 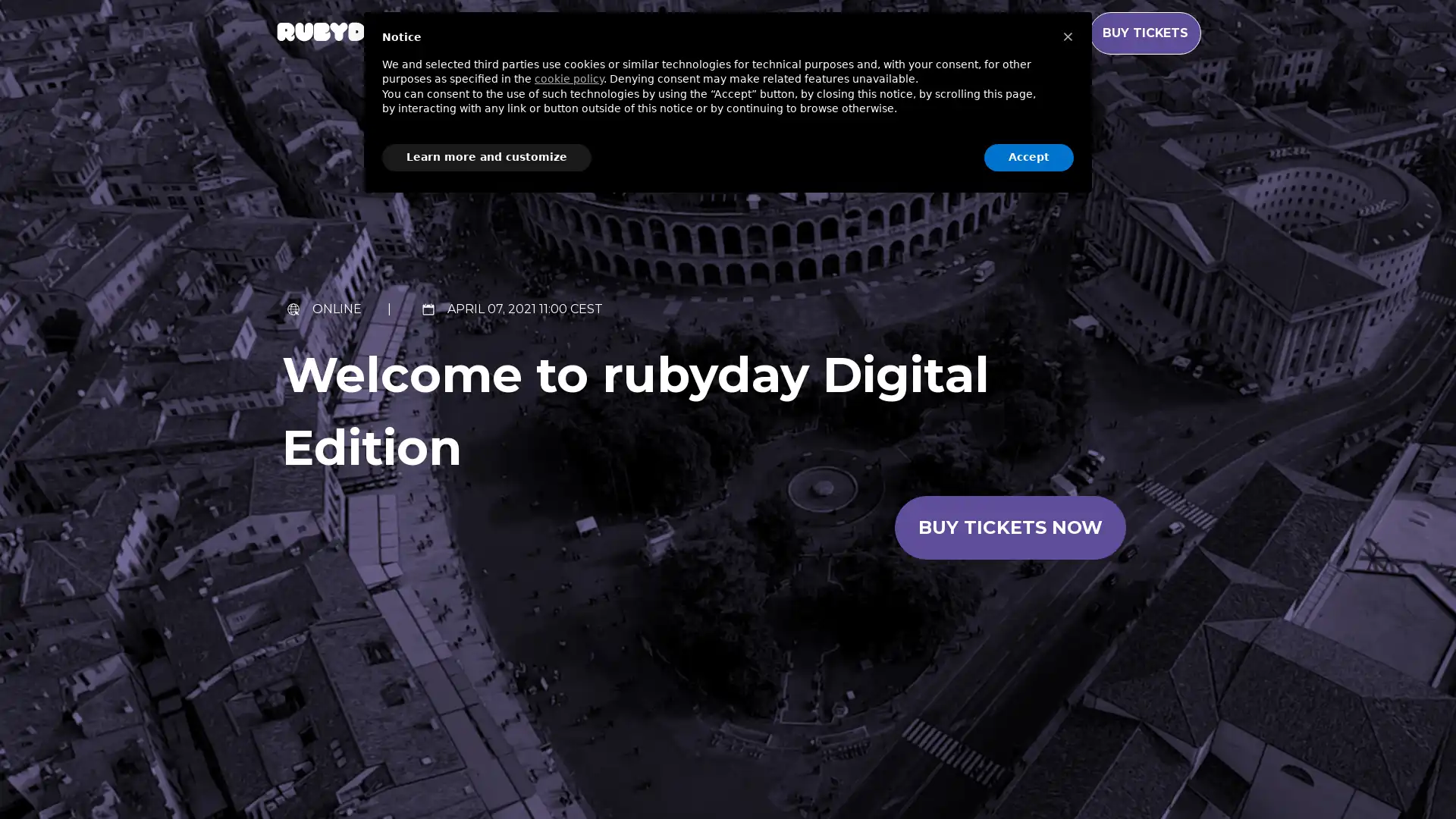 I want to click on Buy tickets now, so click(x=1009, y=526).